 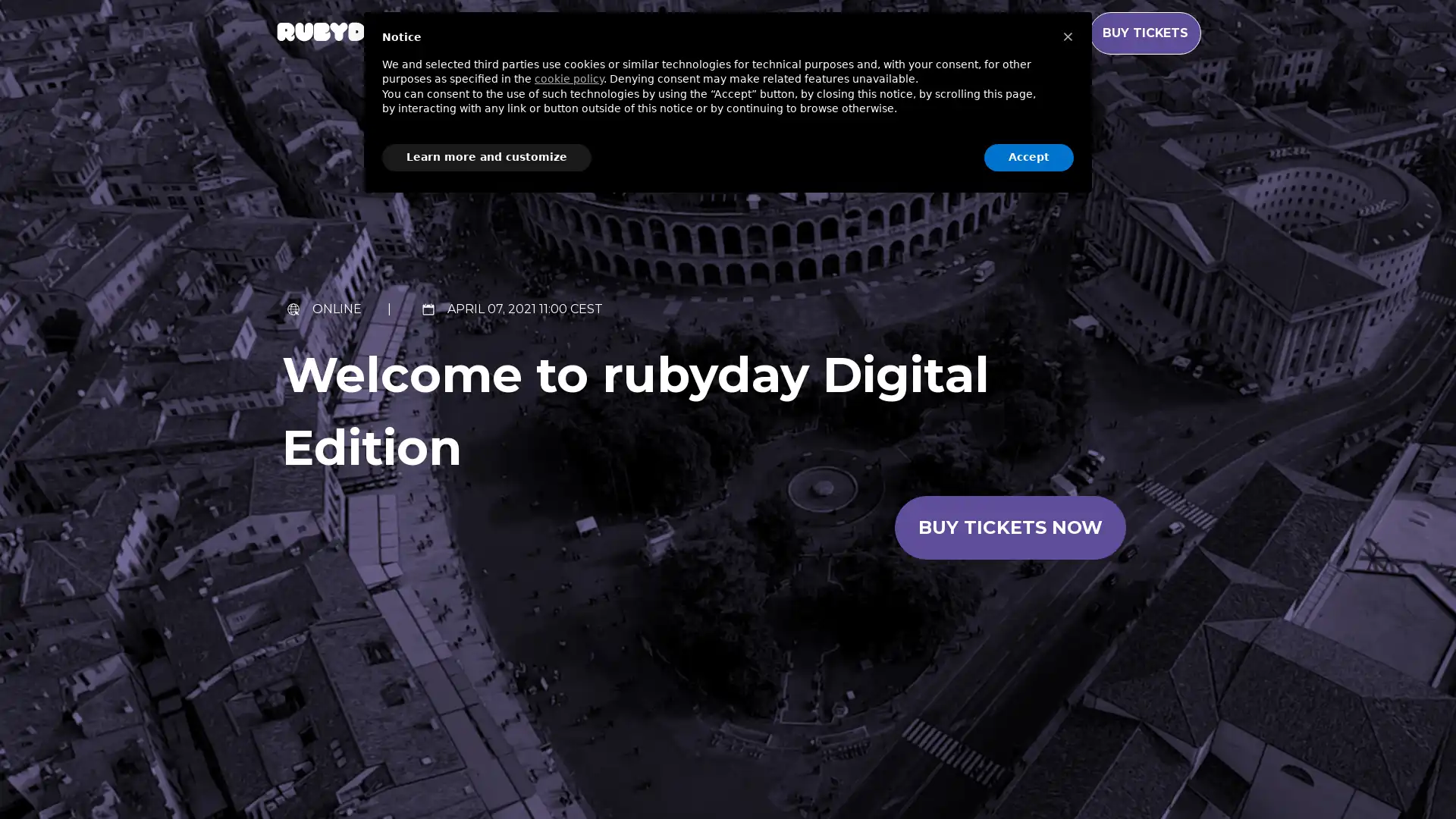 I want to click on Buy tickets now, so click(x=1009, y=526).